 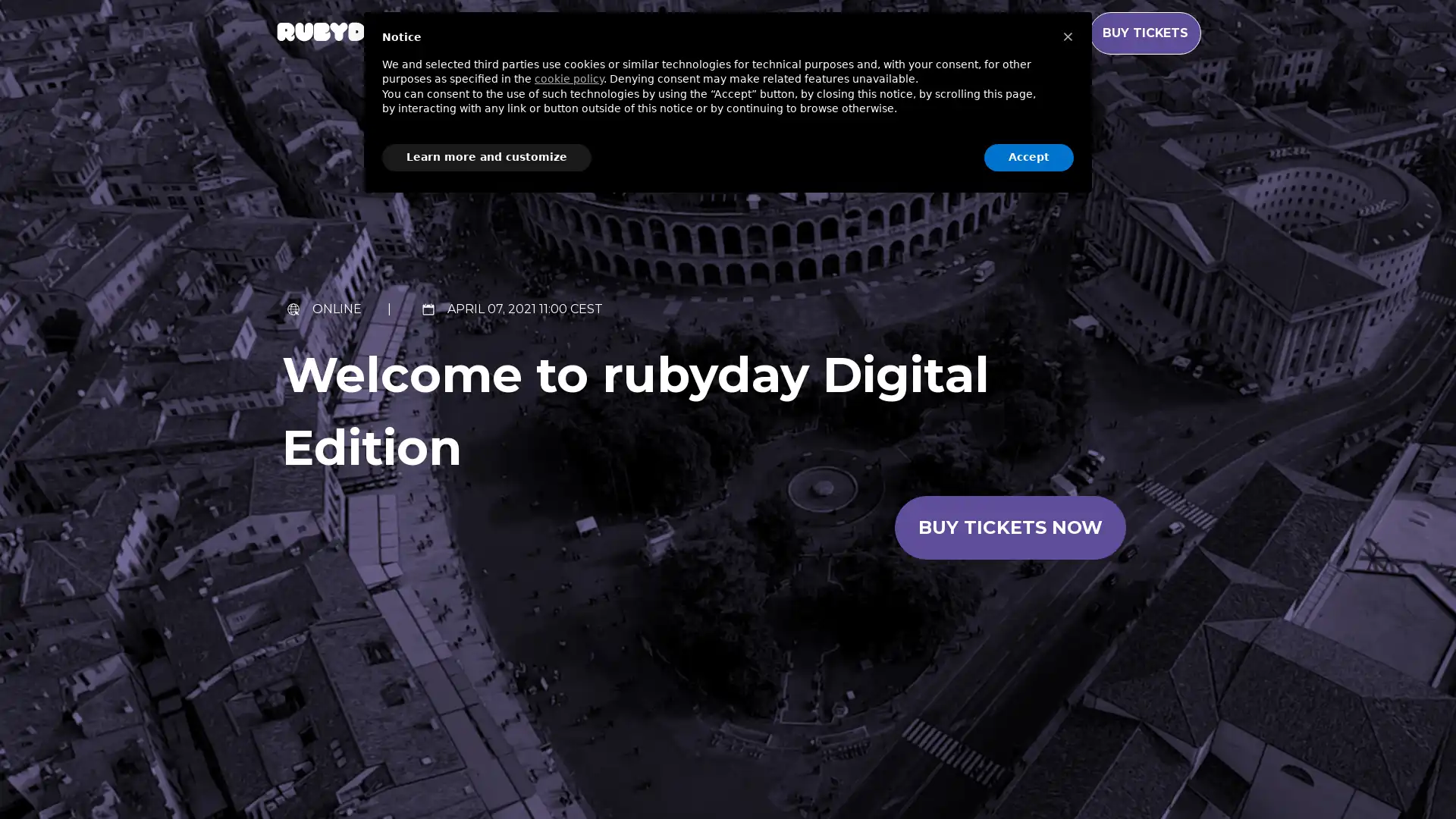 I want to click on Buy tickets now, so click(x=1009, y=526).